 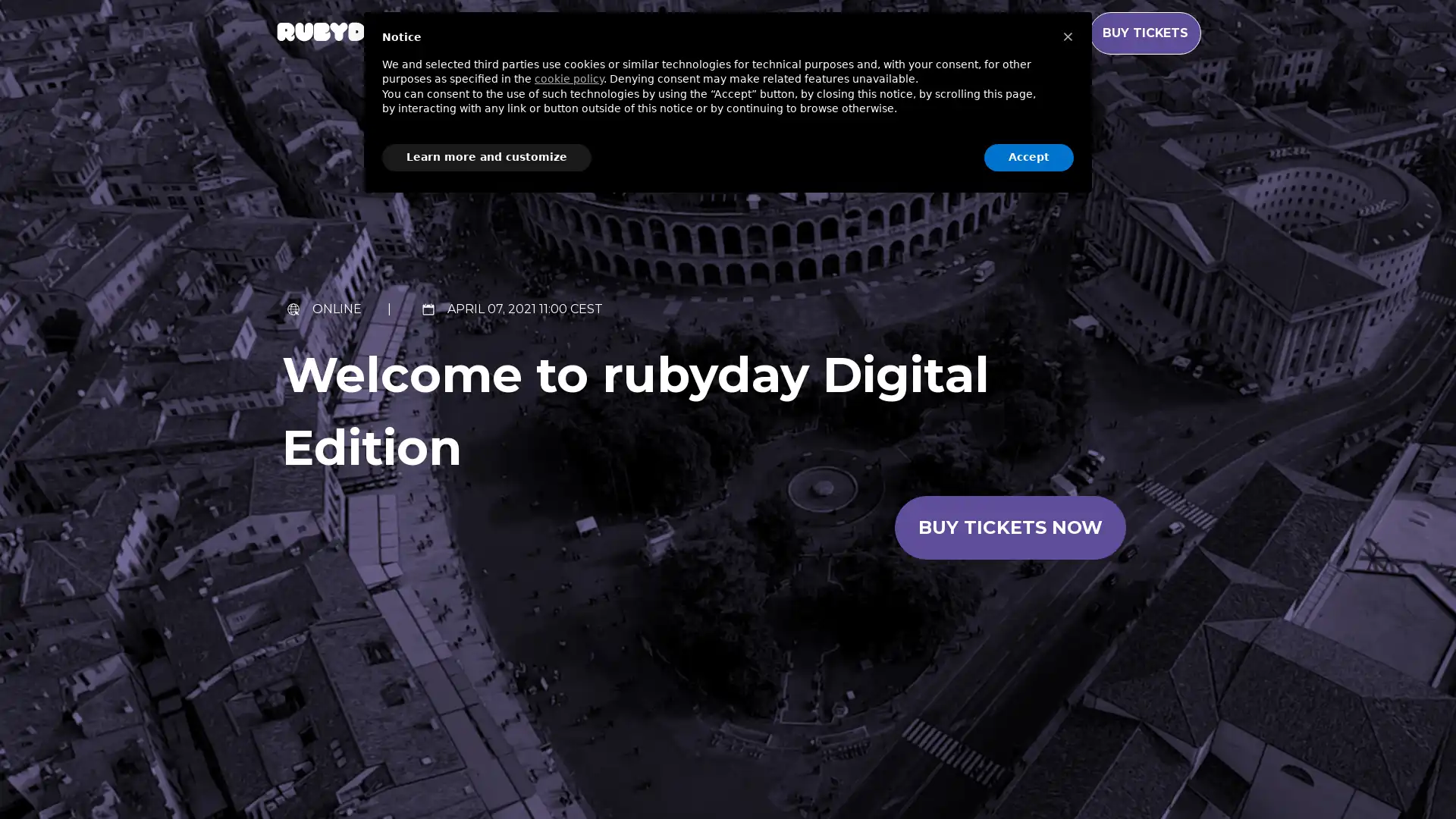 I want to click on Buy tickets now, so click(x=1009, y=526).